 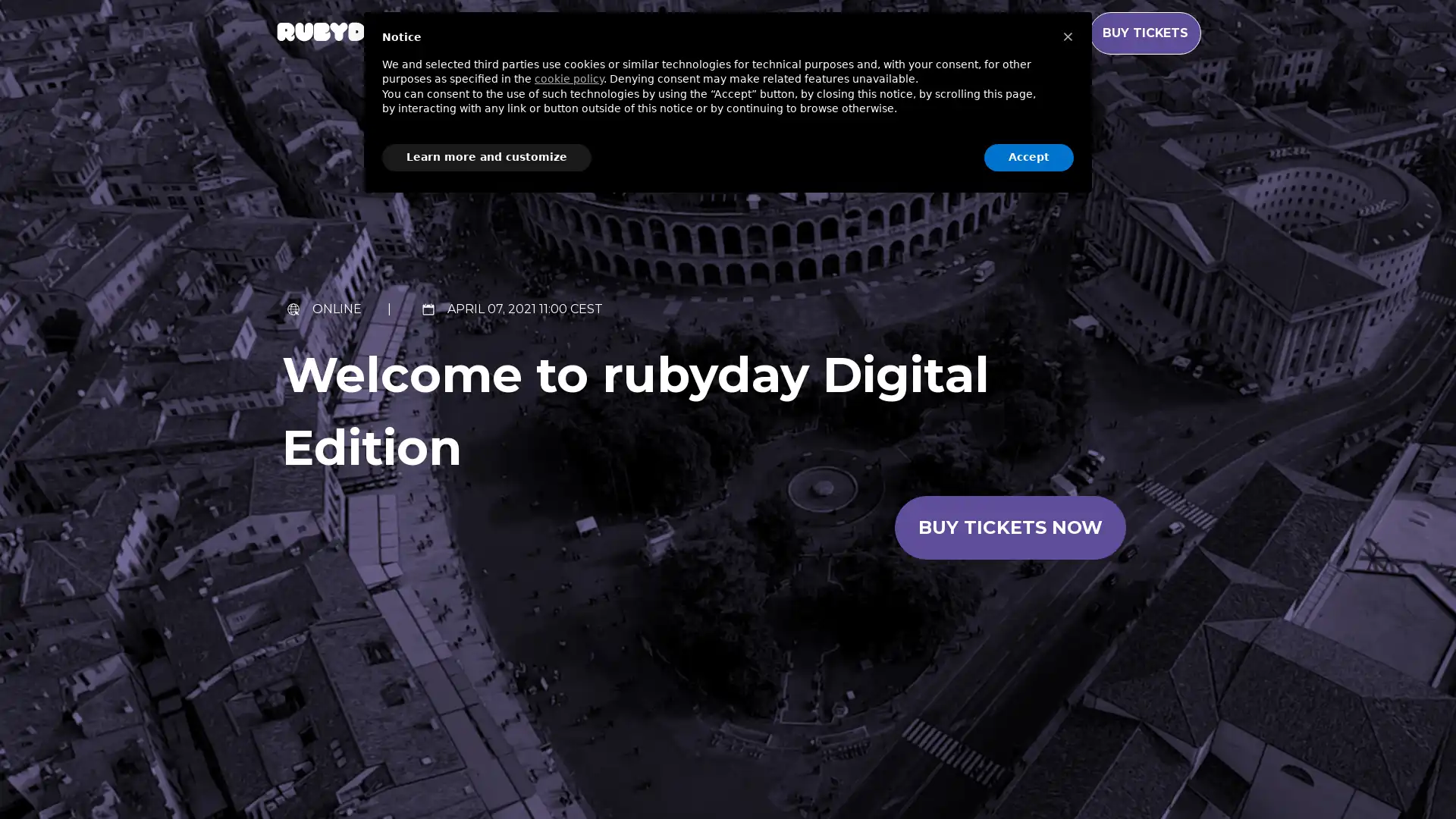 I want to click on Buy tickets now, so click(x=1009, y=526).